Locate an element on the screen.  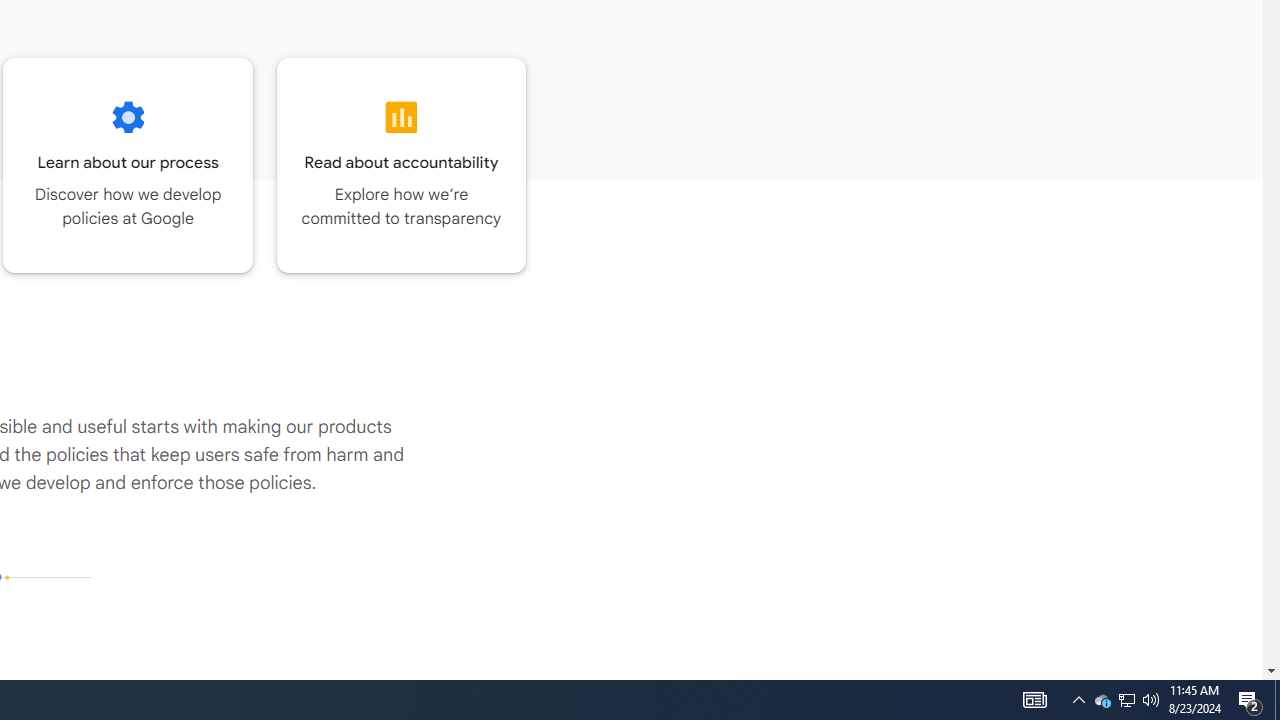
'Go to the Our process page' is located at coordinates (127, 164).